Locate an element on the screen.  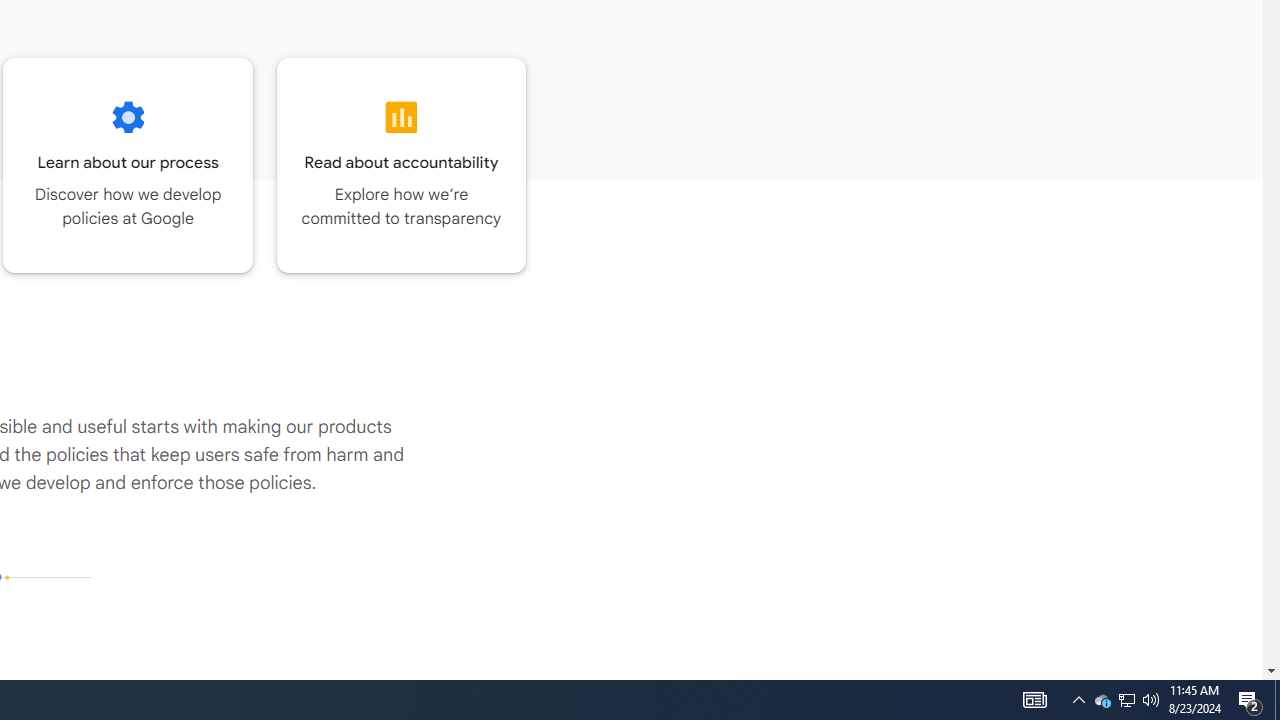
'Go to the Our process page' is located at coordinates (127, 164).